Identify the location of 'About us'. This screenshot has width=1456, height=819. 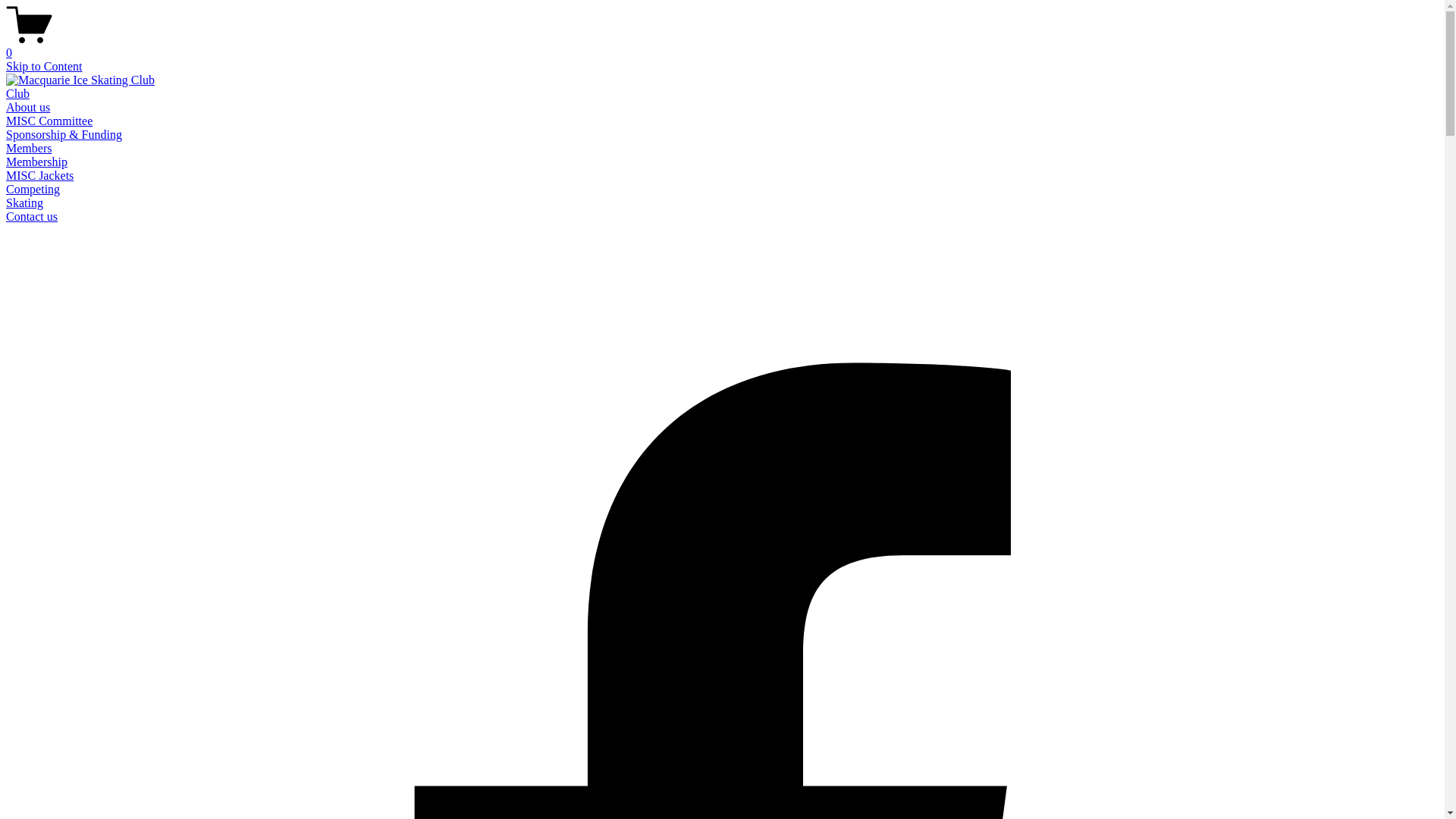
(28, 106).